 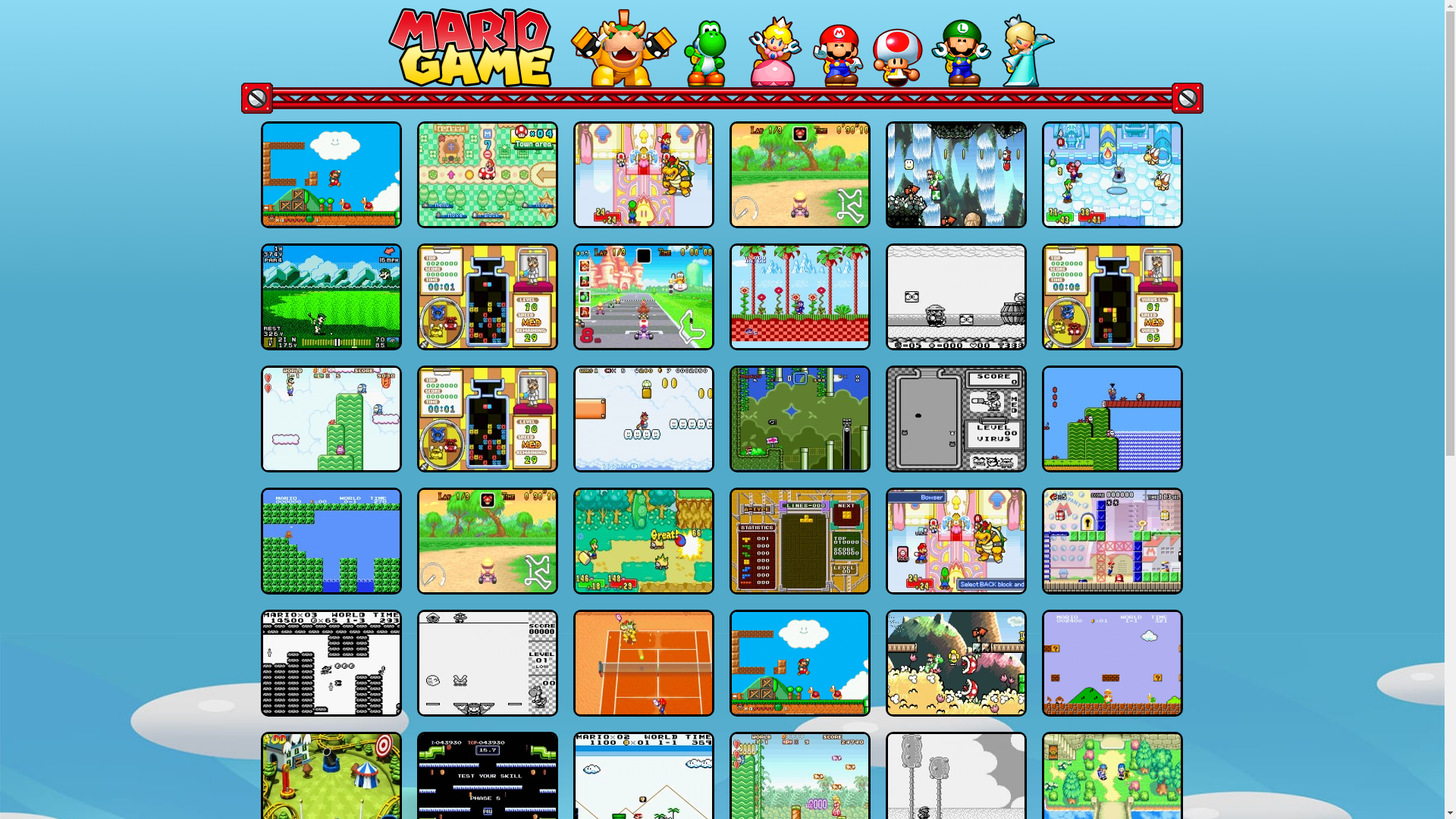 I want to click on 'Mario Power Tennis', so click(x=644, y=661).